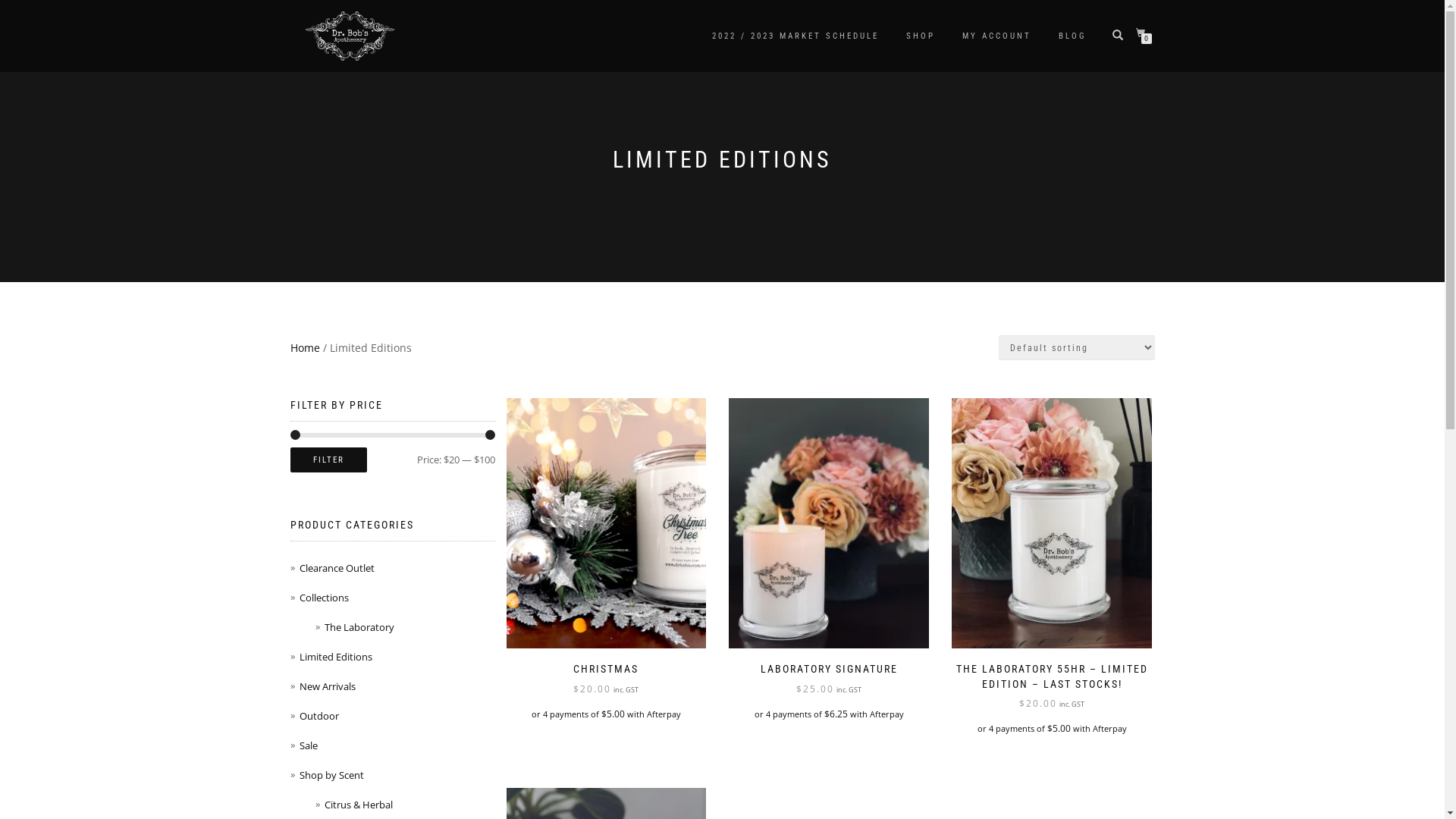 This screenshot has height=819, width=1456. Describe the element at coordinates (330, 775) in the screenshot. I see `'Shop by Scent'` at that location.